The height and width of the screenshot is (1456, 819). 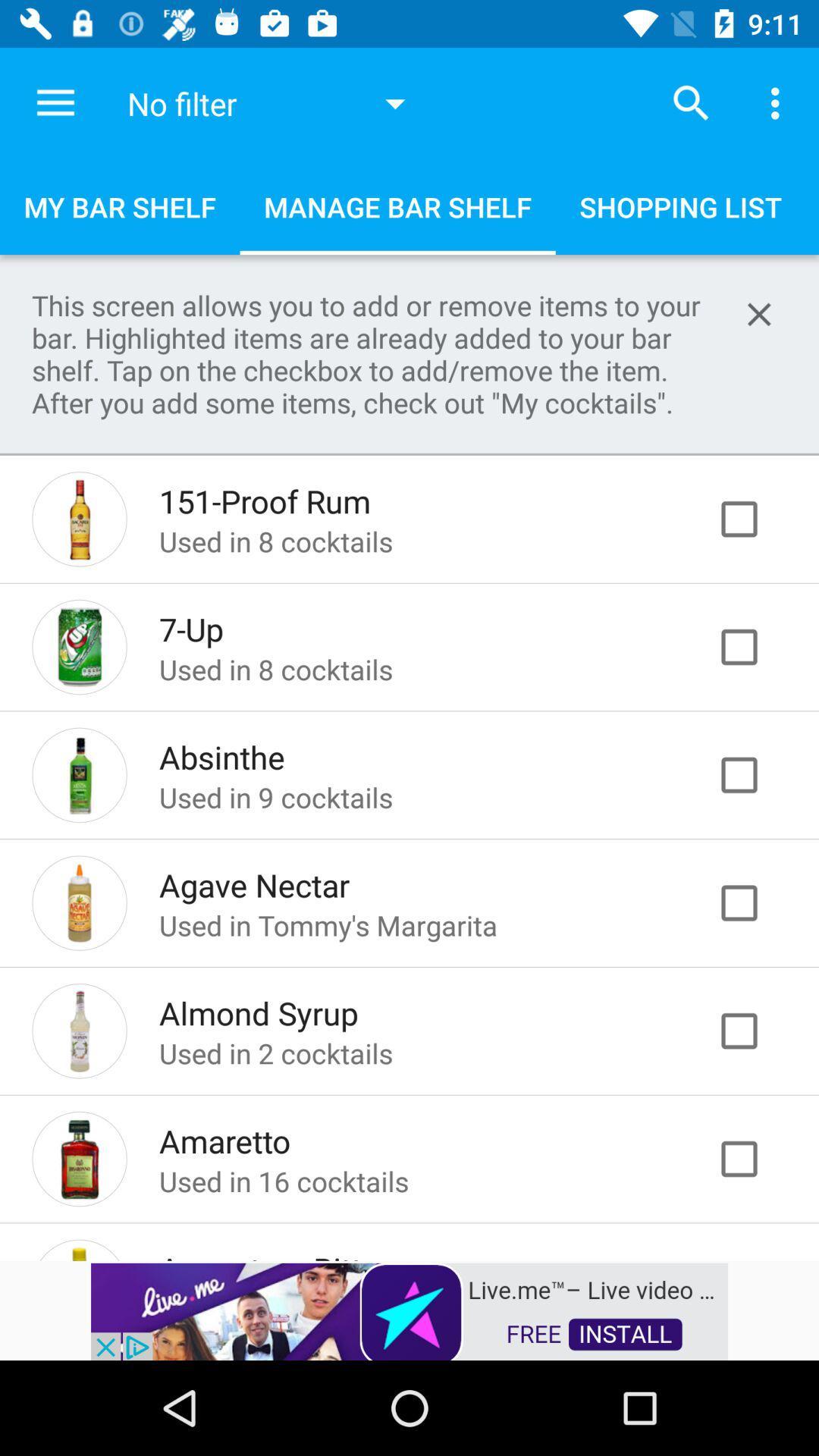 What do you see at coordinates (755, 1158) in the screenshot?
I see `advertisement` at bounding box center [755, 1158].